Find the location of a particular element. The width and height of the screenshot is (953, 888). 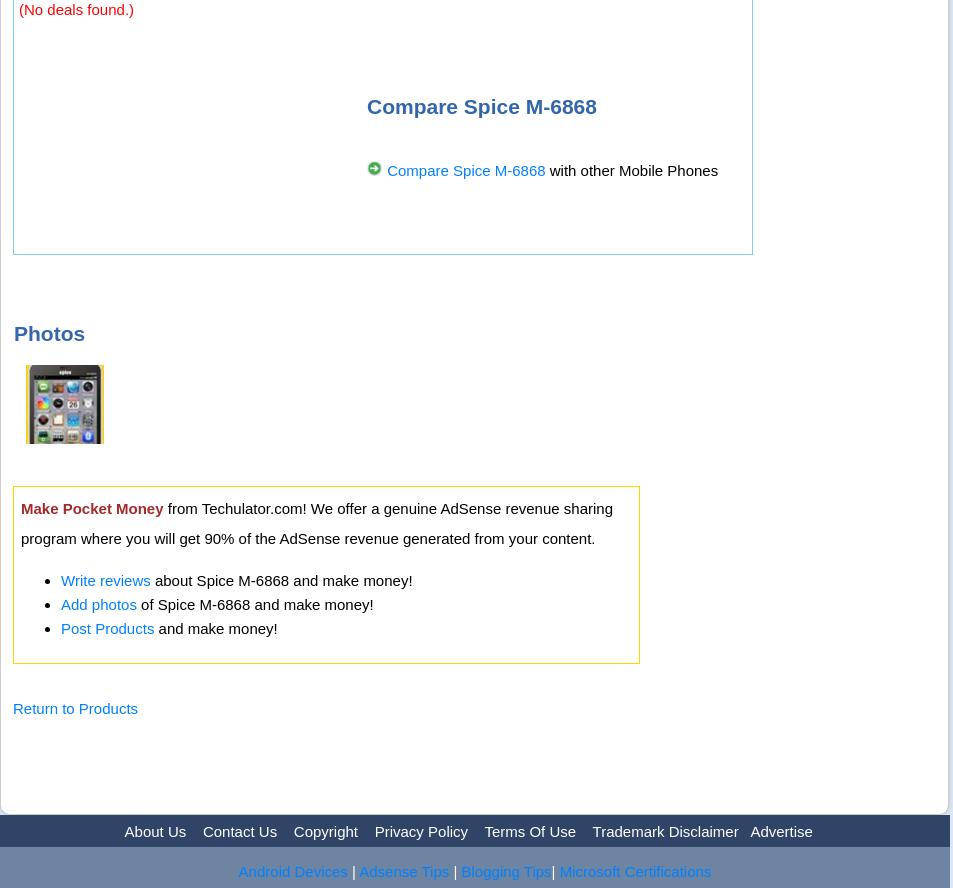

'Microsoft Certifications' is located at coordinates (559, 869).